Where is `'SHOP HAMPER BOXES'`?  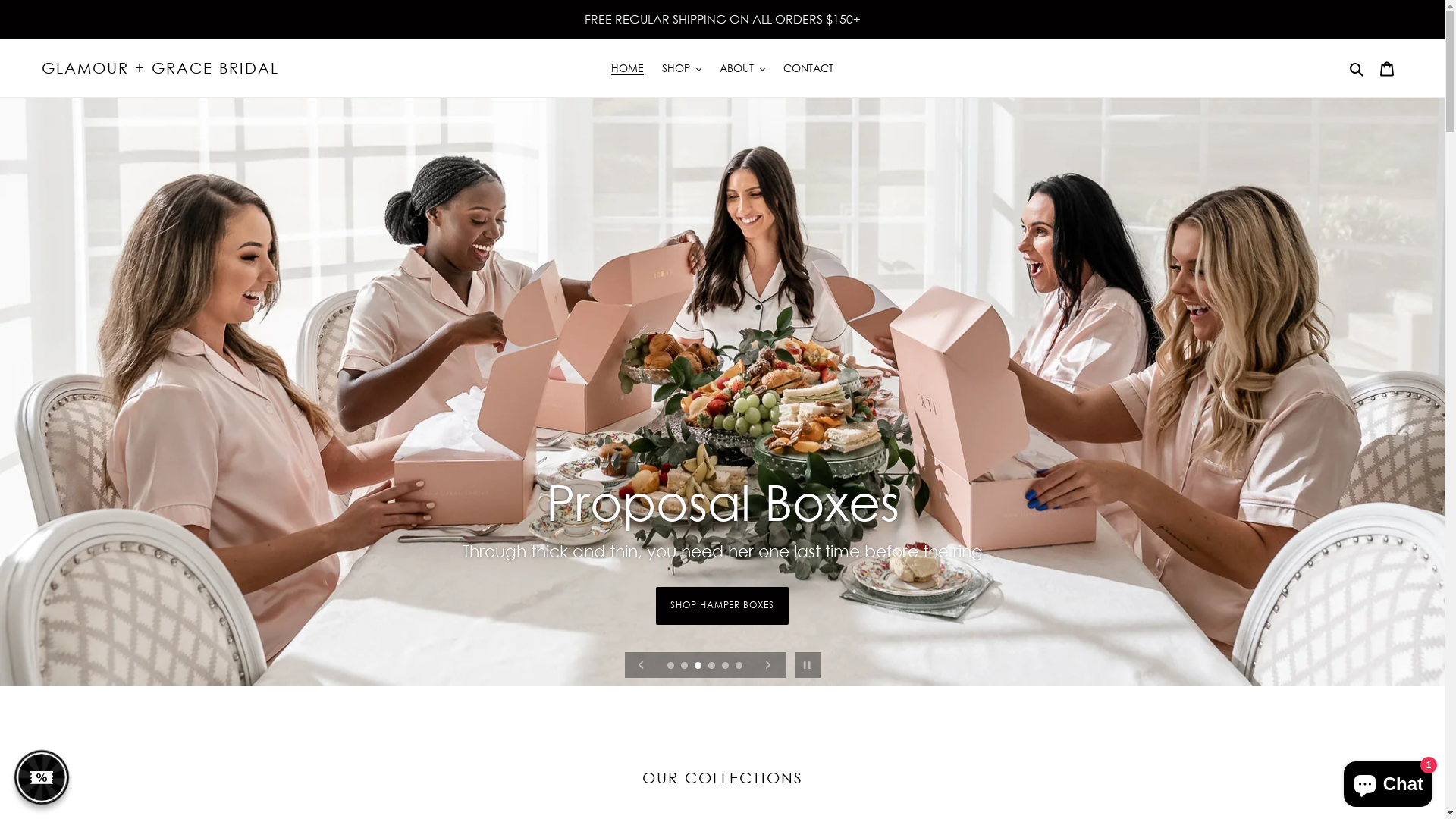 'SHOP HAMPER BOXES' is located at coordinates (721, 620).